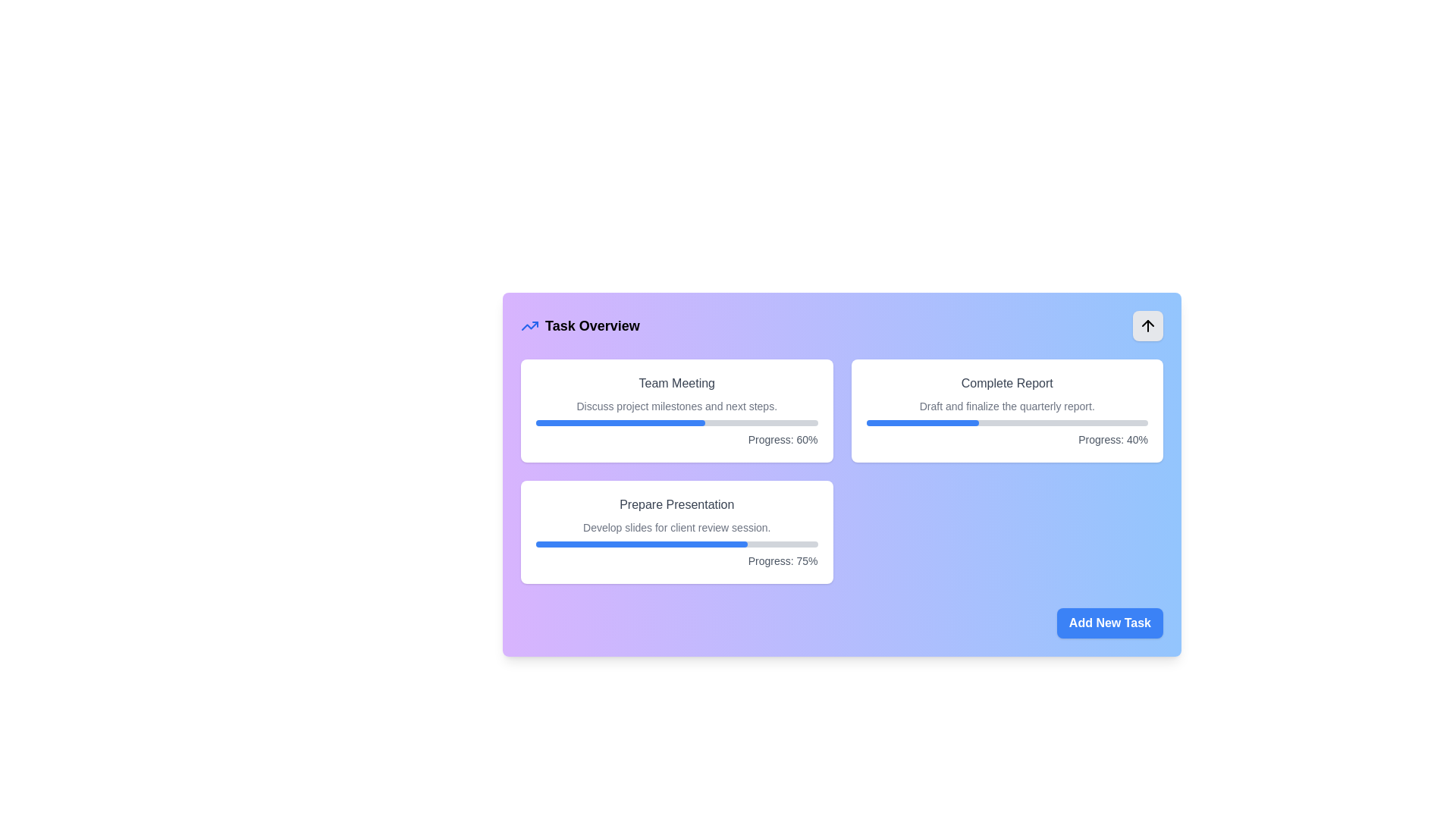  Describe the element at coordinates (1007, 382) in the screenshot. I see `the 'Complete Report' text label at the top of the task card` at that location.